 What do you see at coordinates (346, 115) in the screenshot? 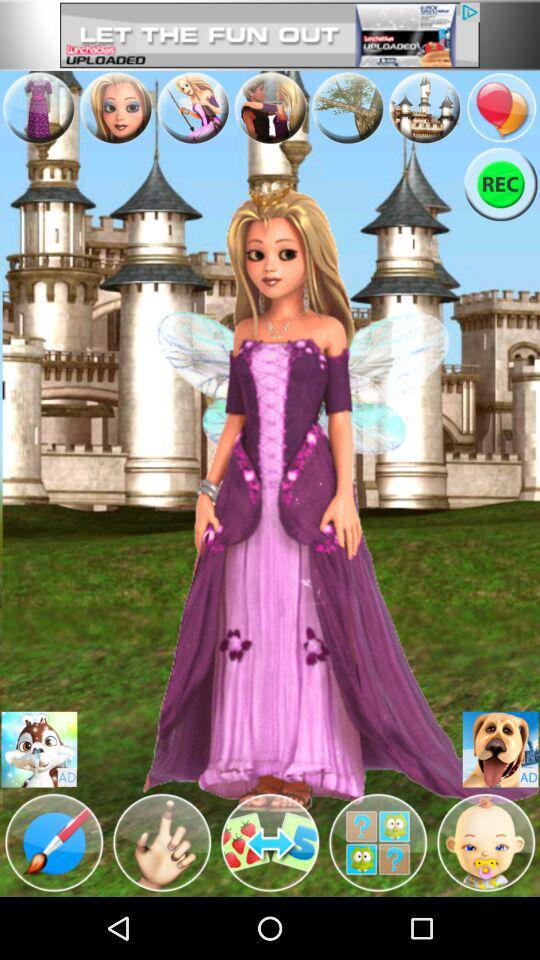
I see `the avatar icon` at bounding box center [346, 115].